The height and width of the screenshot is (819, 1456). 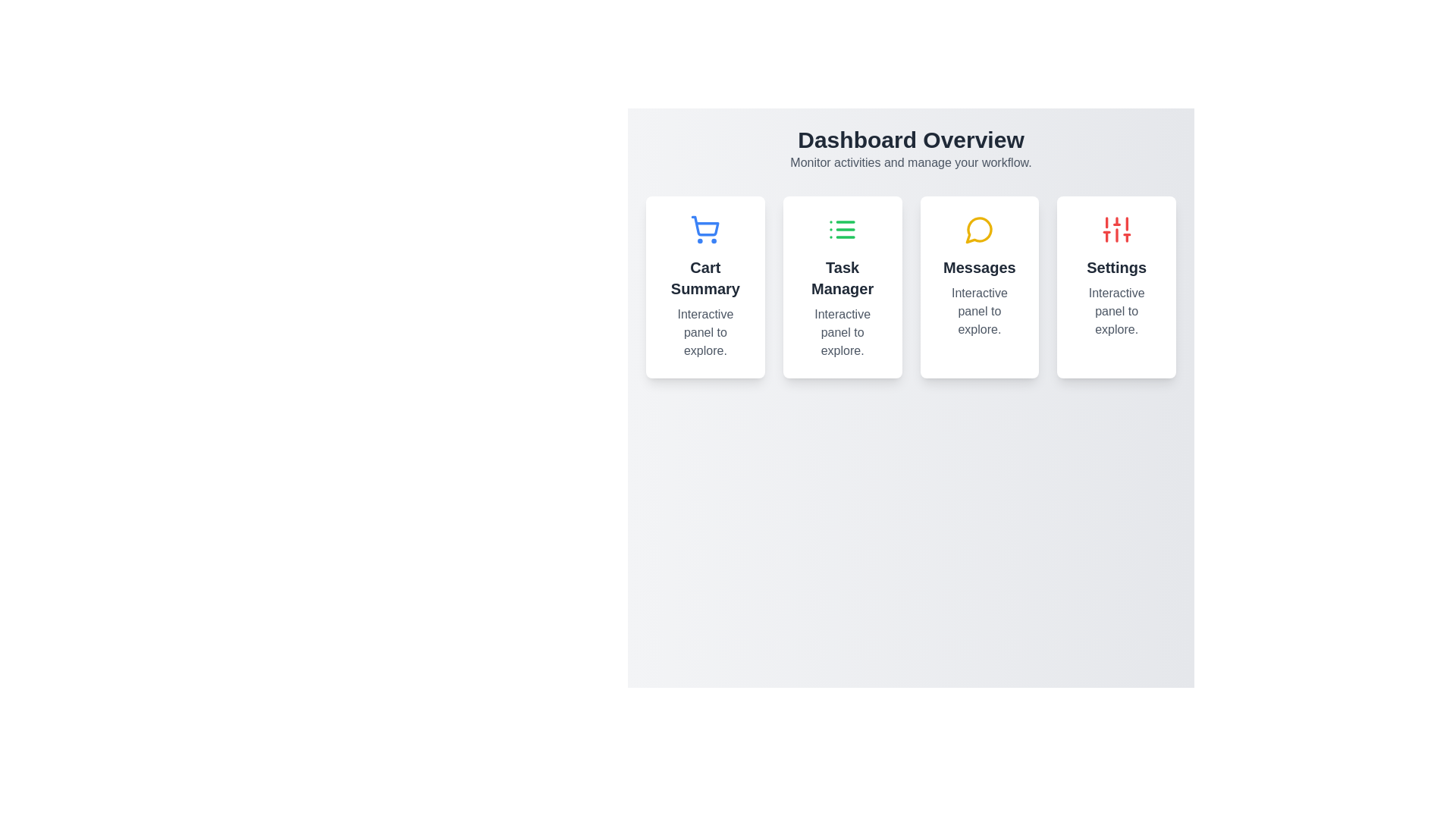 What do you see at coordinates (704, 287) in the screenshot?
I see `the Interactive Information Panel located at the top left of the grid layout for additional info` at bounding box center [704, 287].